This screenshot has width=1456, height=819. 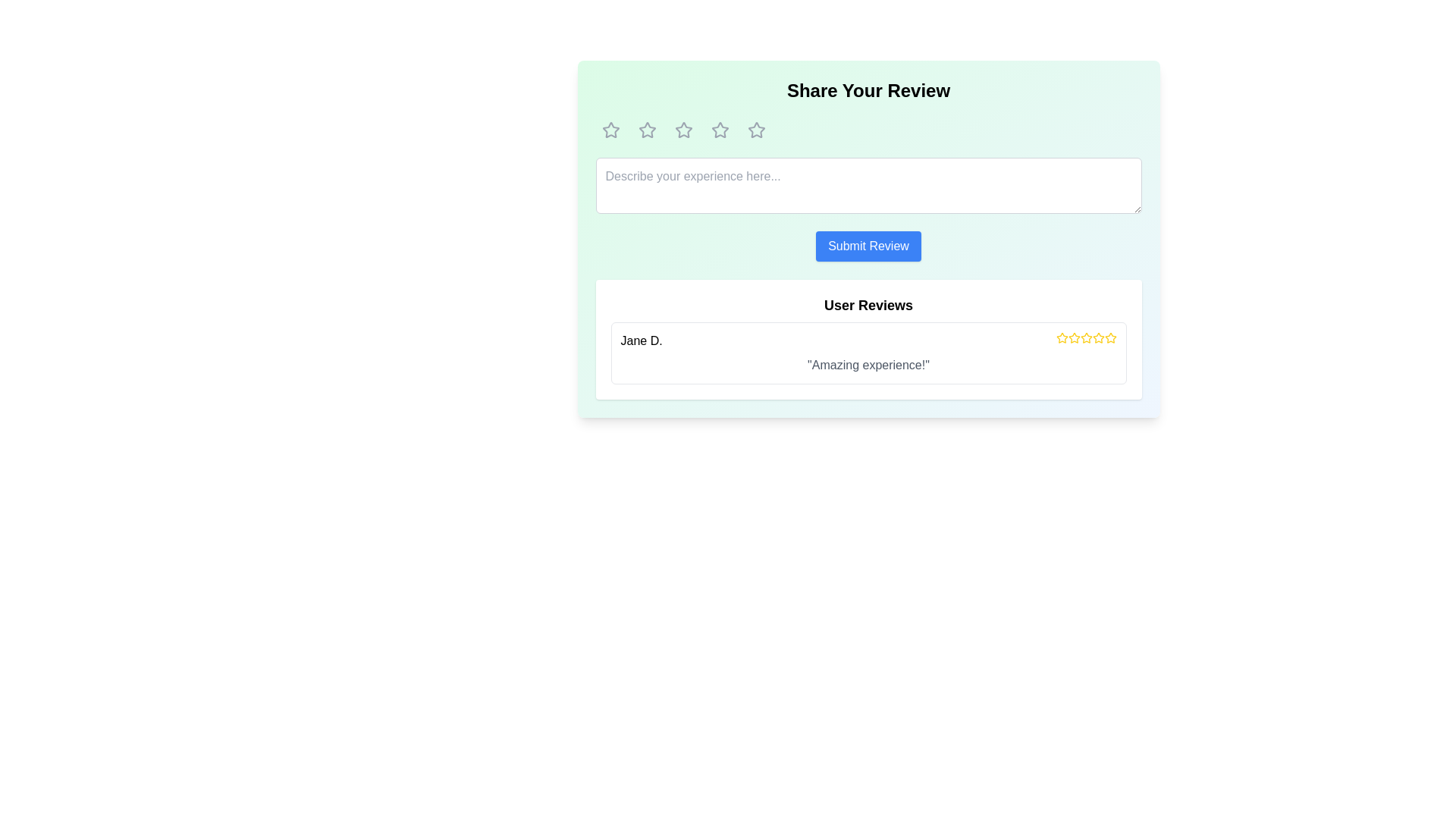 I want to click on the third star icon in the User Reviews section to interact with the rating system, so click(x=1085, y=337).